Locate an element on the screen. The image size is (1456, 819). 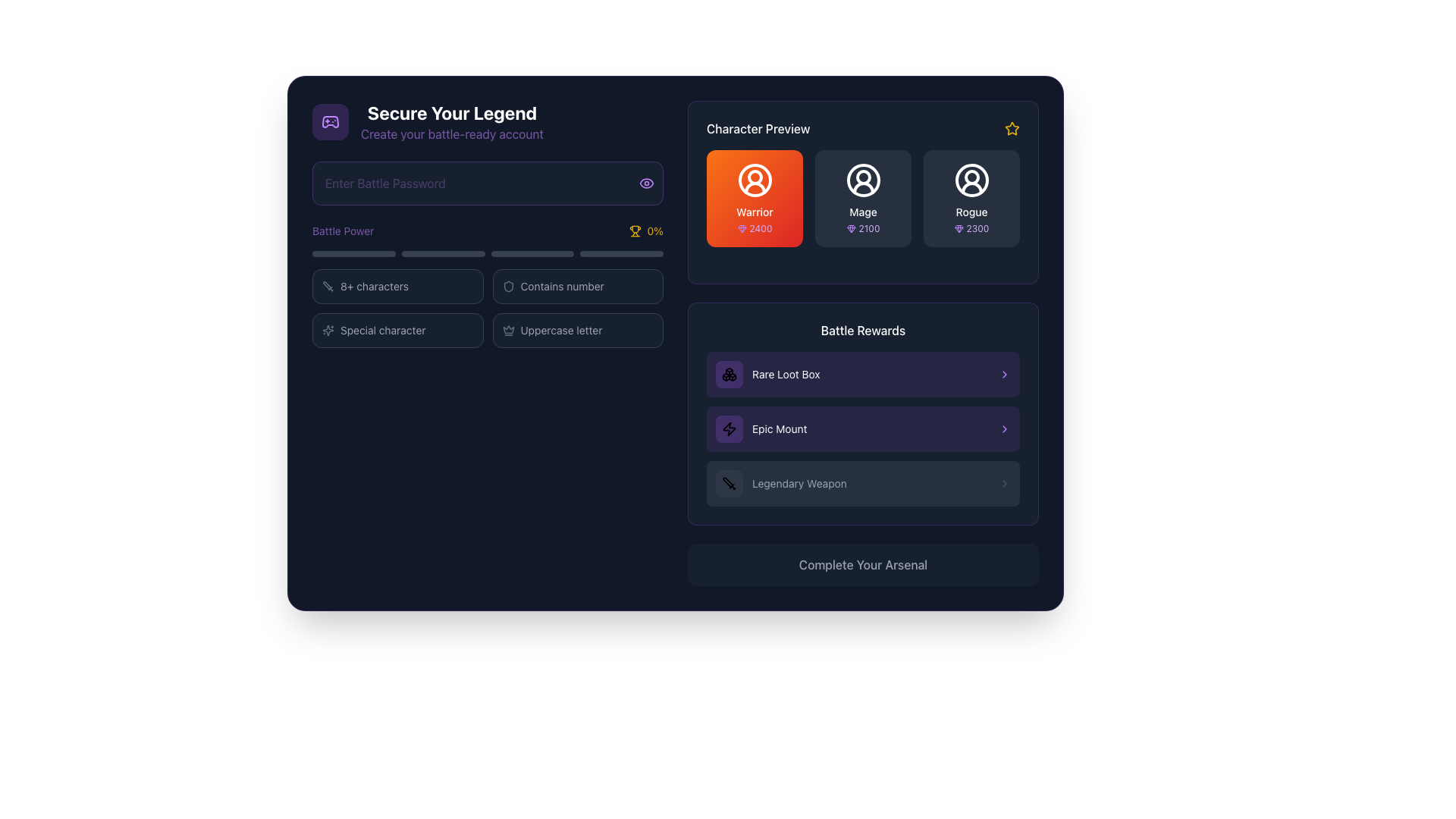
the decorative Circle graphic that serves as part of the visual representation of the 'Warrior' character icon in the 'Character Preview' section is located at coordinates (755, 180).